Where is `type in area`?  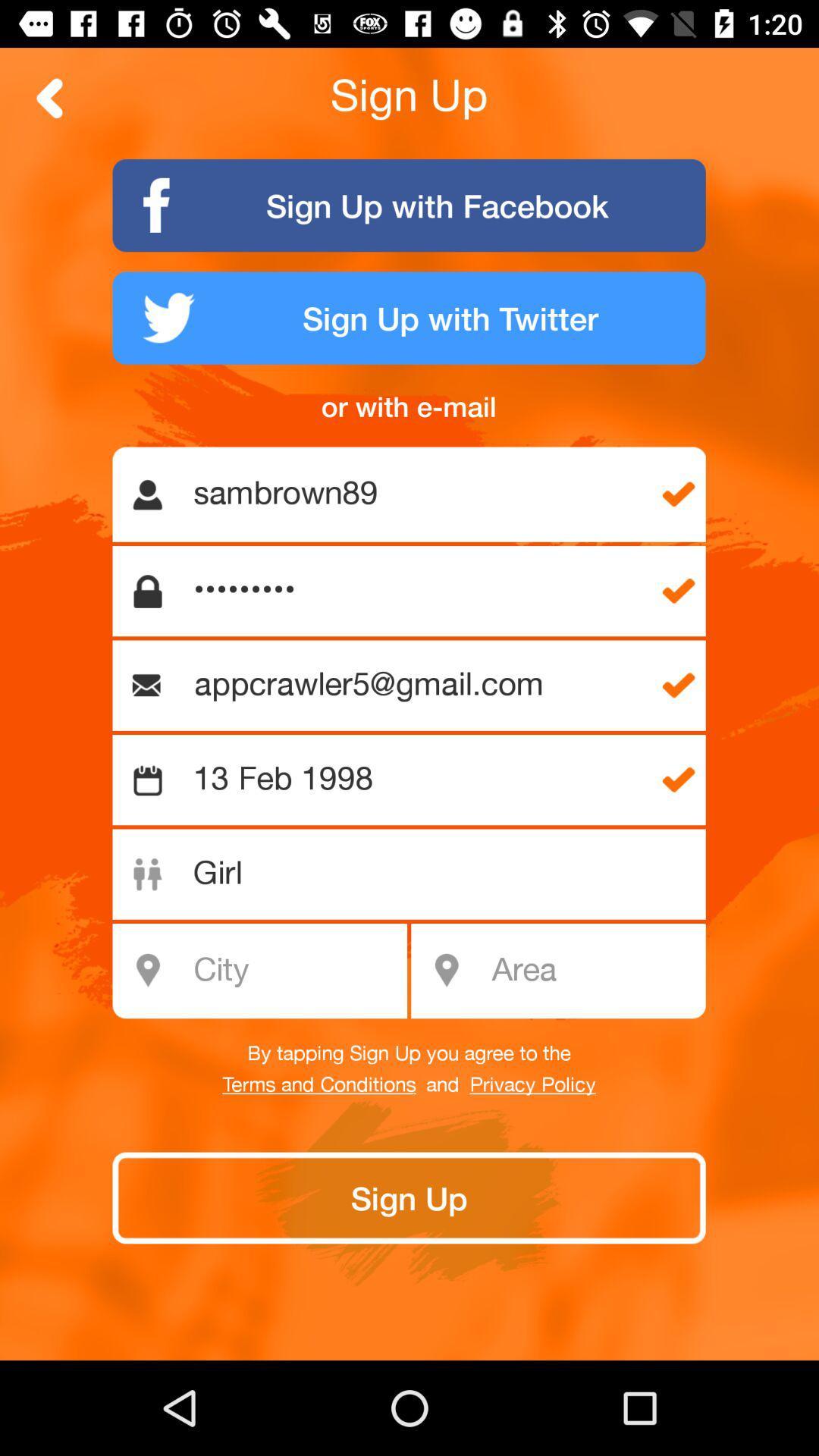 type in area is located at coordinates (593, 971).